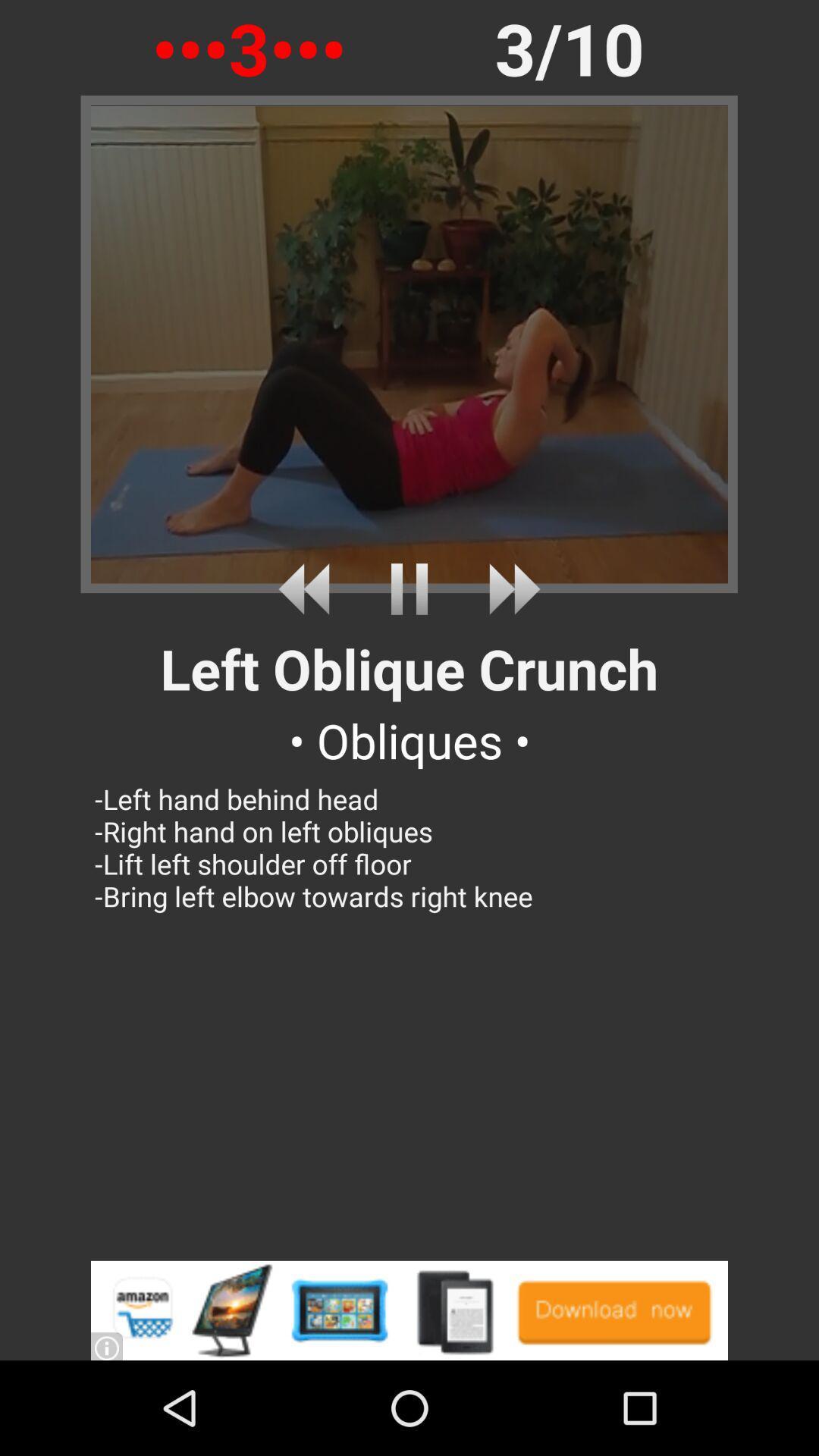 Image resolution: width=819 pixels, height=1456 pixels. Describe the element at coordinates (409, 588) in the screenshot. I see `pause exercise` at that location.